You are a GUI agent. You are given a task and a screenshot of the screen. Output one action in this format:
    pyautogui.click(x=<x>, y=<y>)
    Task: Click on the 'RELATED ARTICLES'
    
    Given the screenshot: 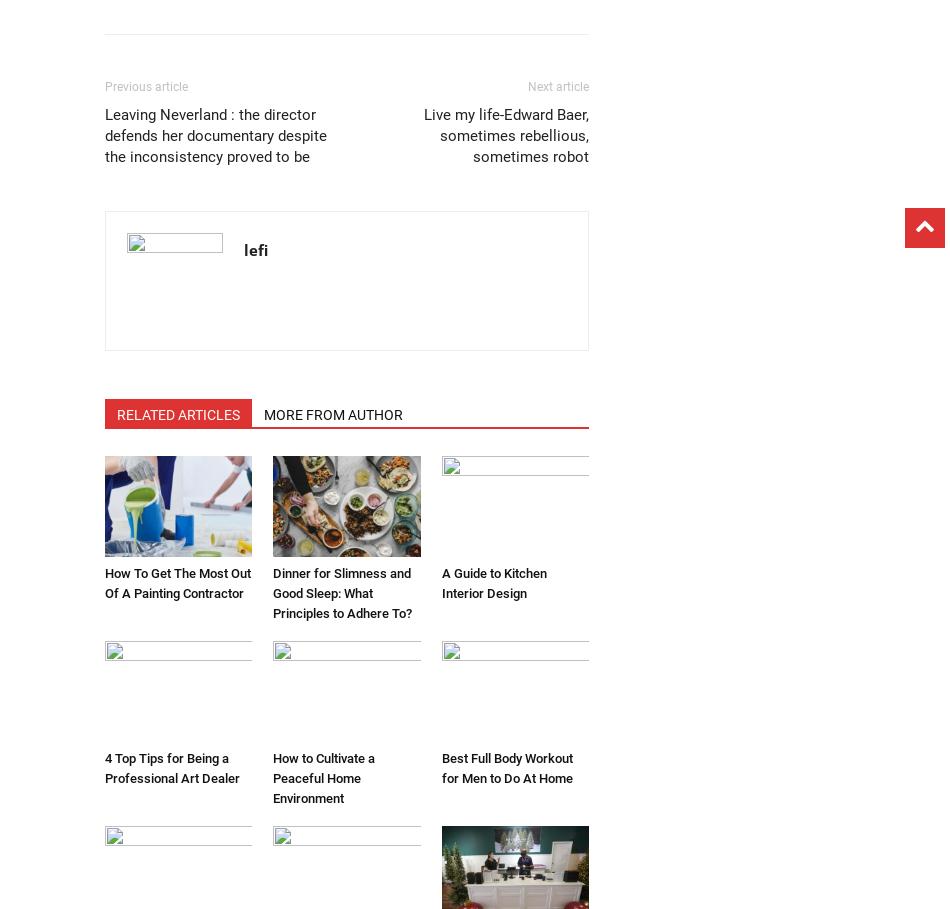 What is the action you would take?
    pyautogui.click(x=178, y=413)
    